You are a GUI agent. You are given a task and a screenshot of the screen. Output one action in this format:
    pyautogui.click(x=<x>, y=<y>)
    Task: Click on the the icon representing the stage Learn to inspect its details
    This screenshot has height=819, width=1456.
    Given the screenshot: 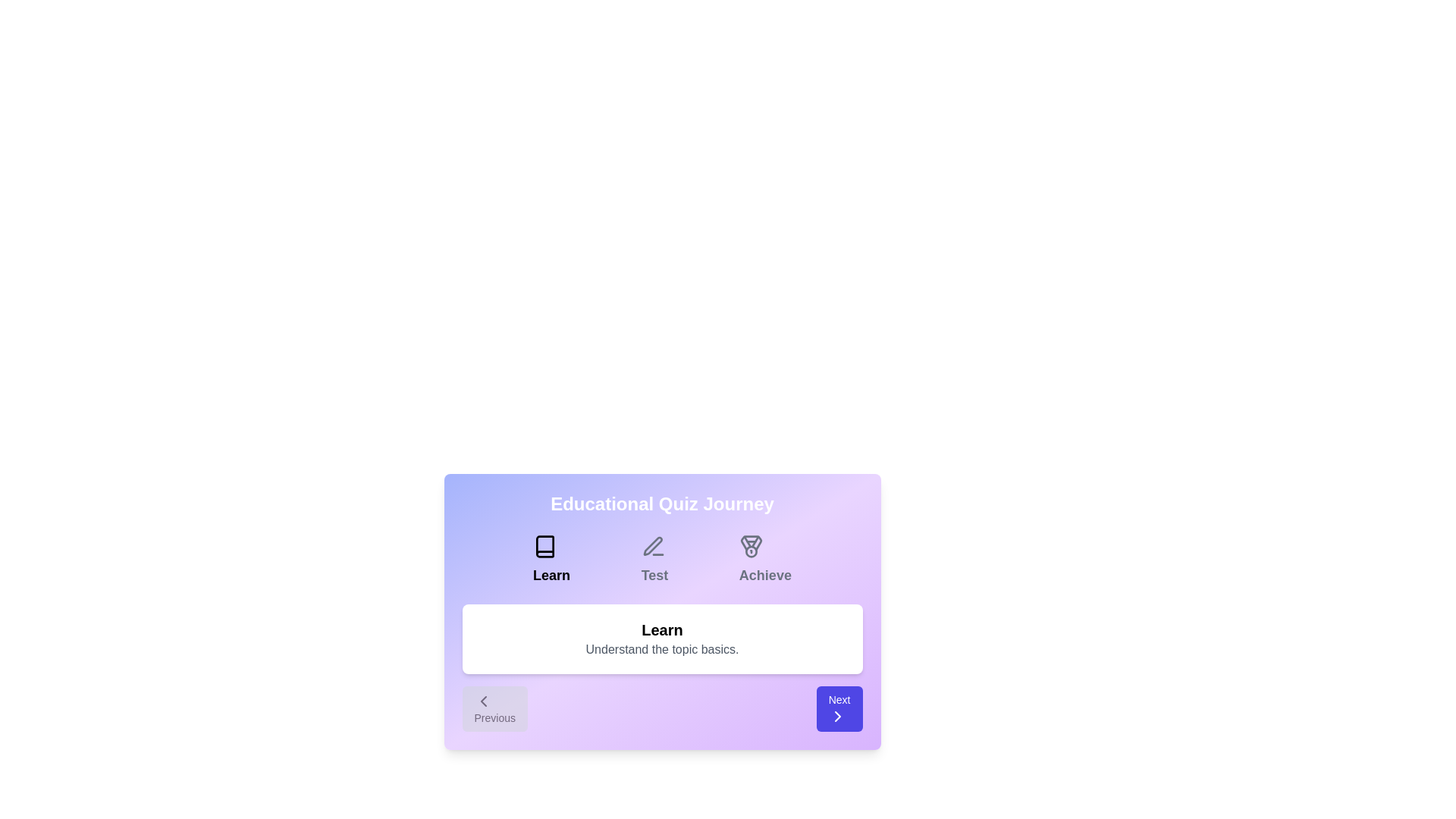 What is the action you would take?
    pyautogui.click(x=545, y=547)
    